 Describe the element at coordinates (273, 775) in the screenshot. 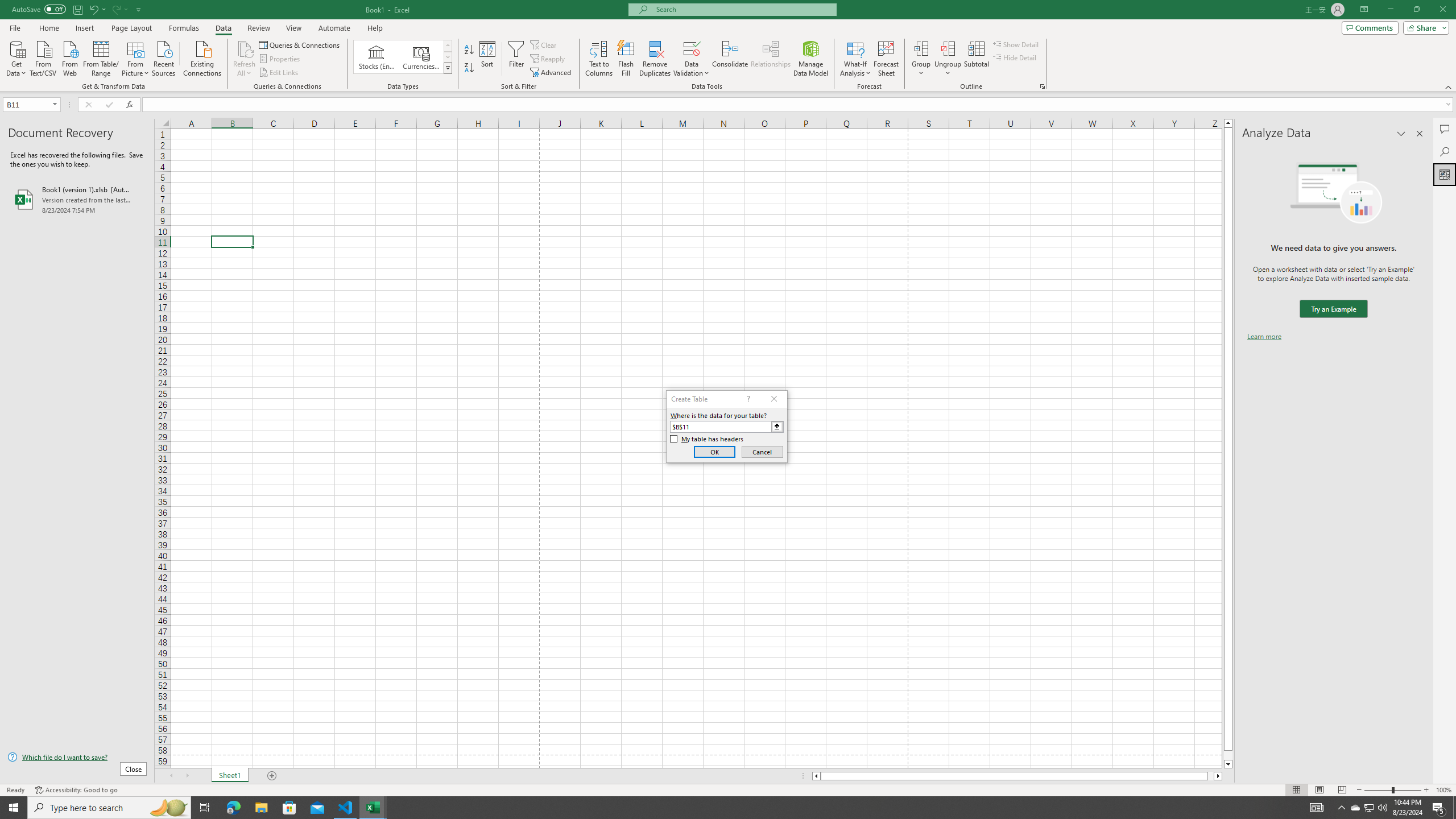

I see `'Add Sheet'` at that location.